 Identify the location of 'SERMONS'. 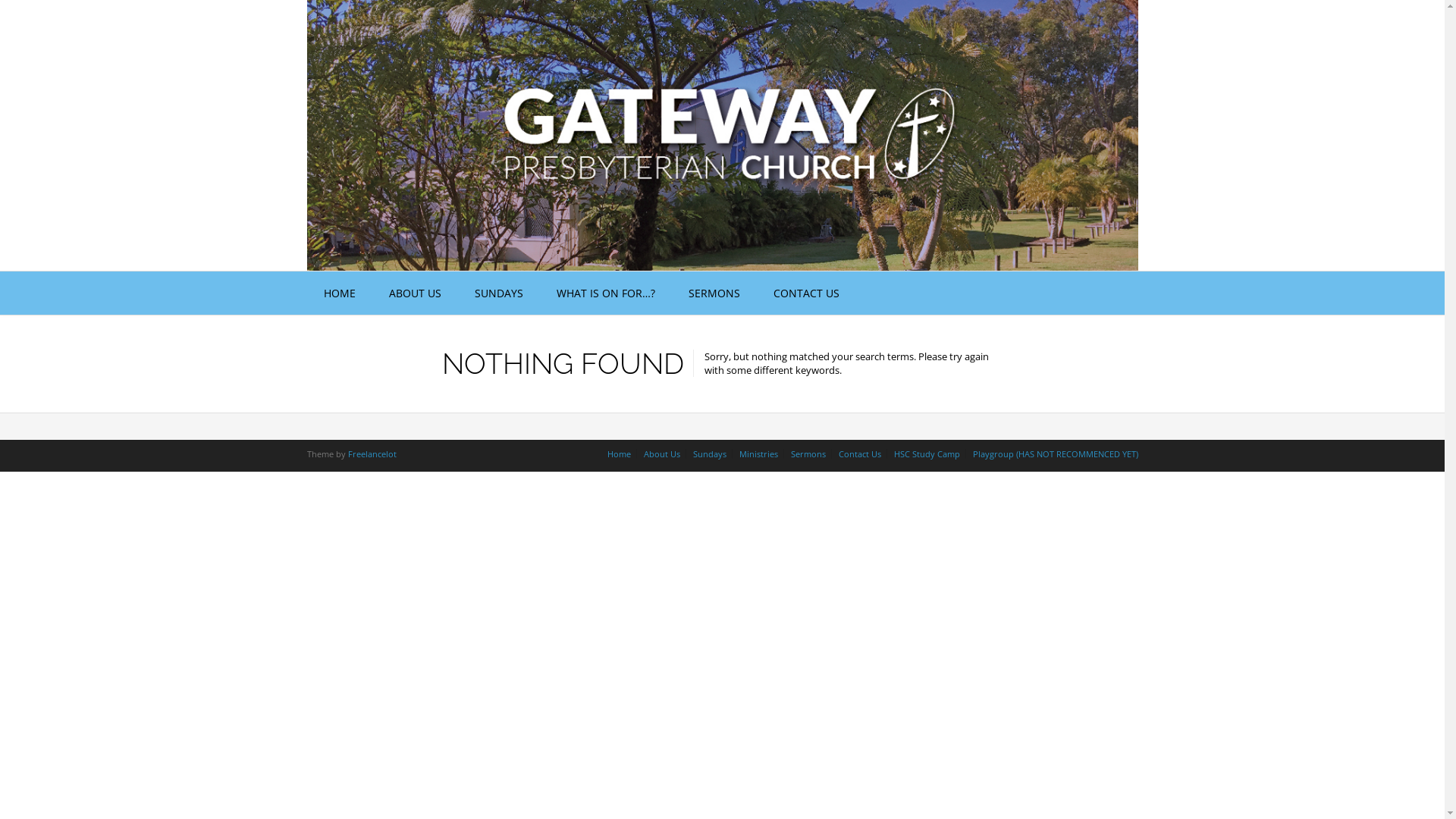
(713, 293).